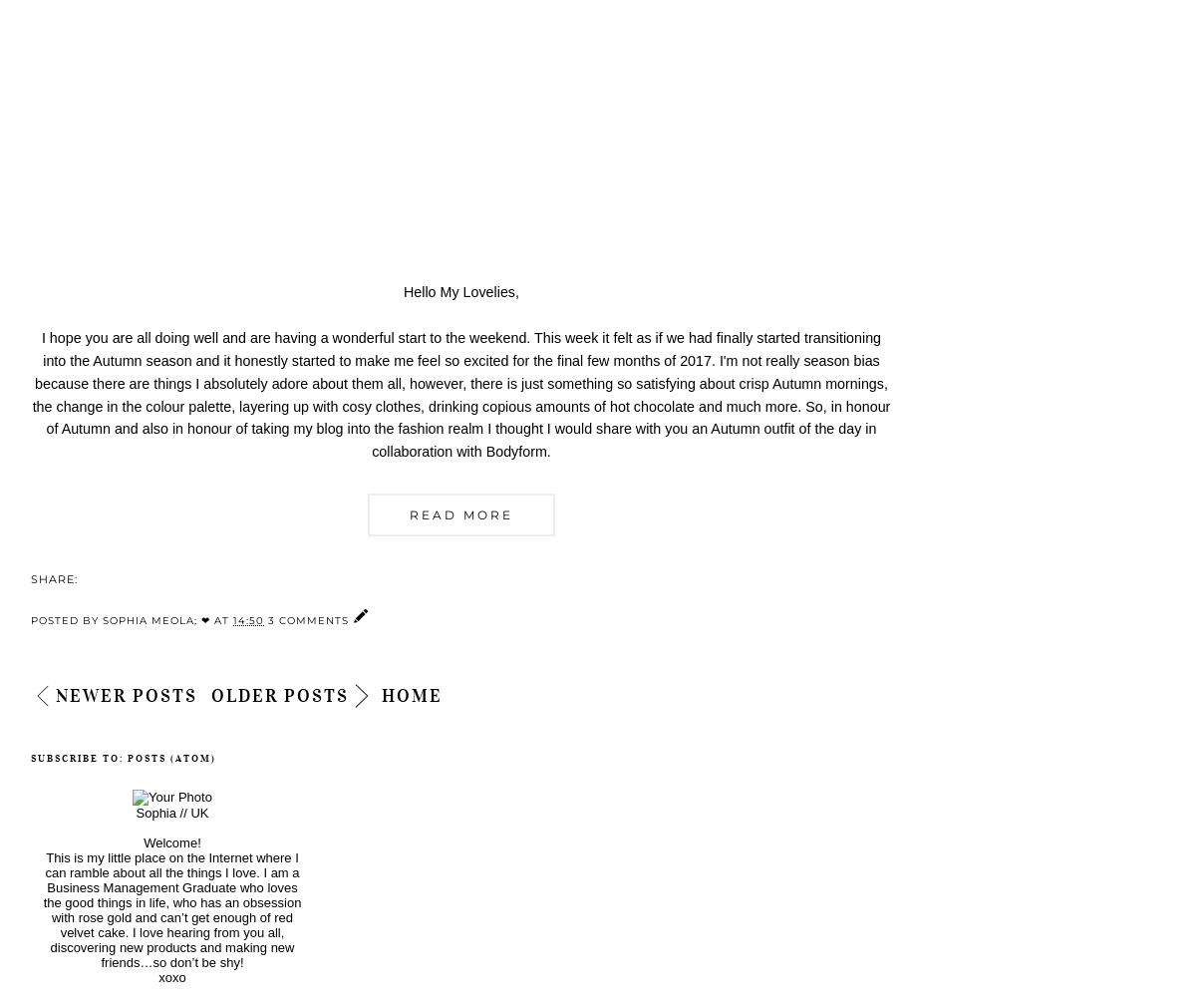 Image resolution: width=1204 pixels, height=1004 pixels. Describe the element at coordinates (171, 757) in the screenshot. I see `'Posts (Atom)'` at that location.